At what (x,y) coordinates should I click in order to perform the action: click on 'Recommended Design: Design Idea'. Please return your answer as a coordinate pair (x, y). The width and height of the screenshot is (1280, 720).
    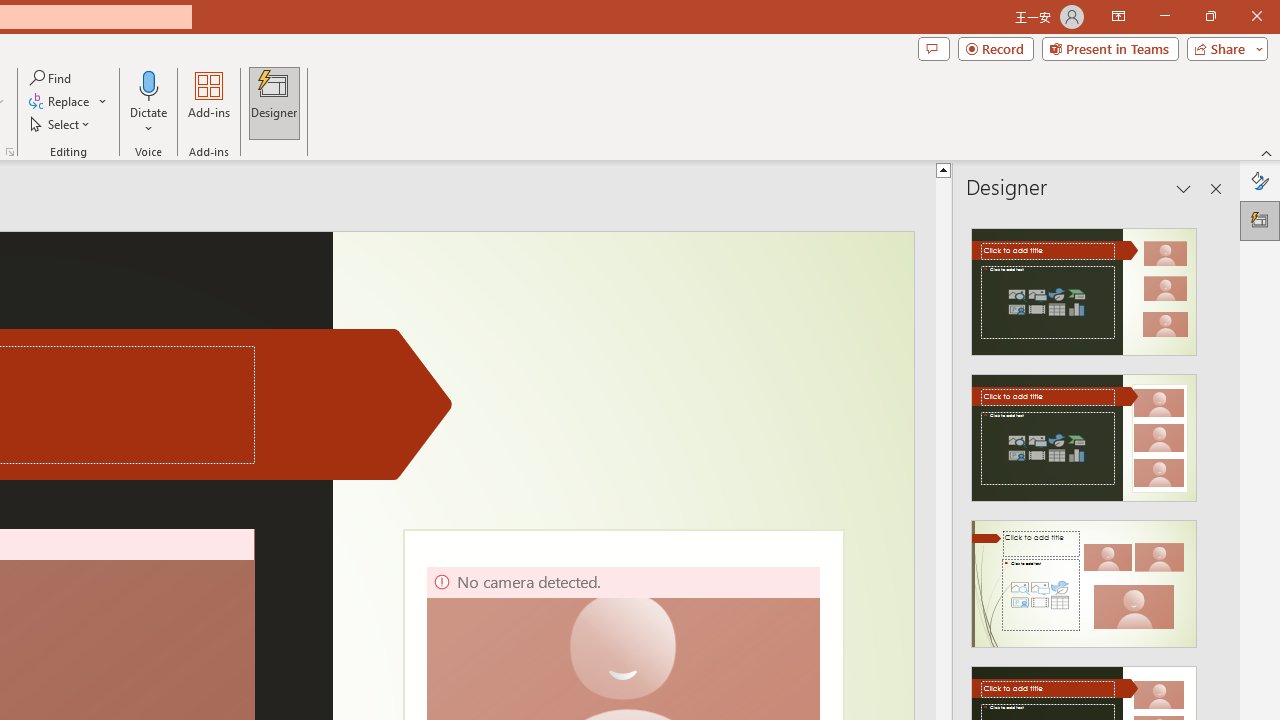
    Looking at the image, I should click on (1083, 286).